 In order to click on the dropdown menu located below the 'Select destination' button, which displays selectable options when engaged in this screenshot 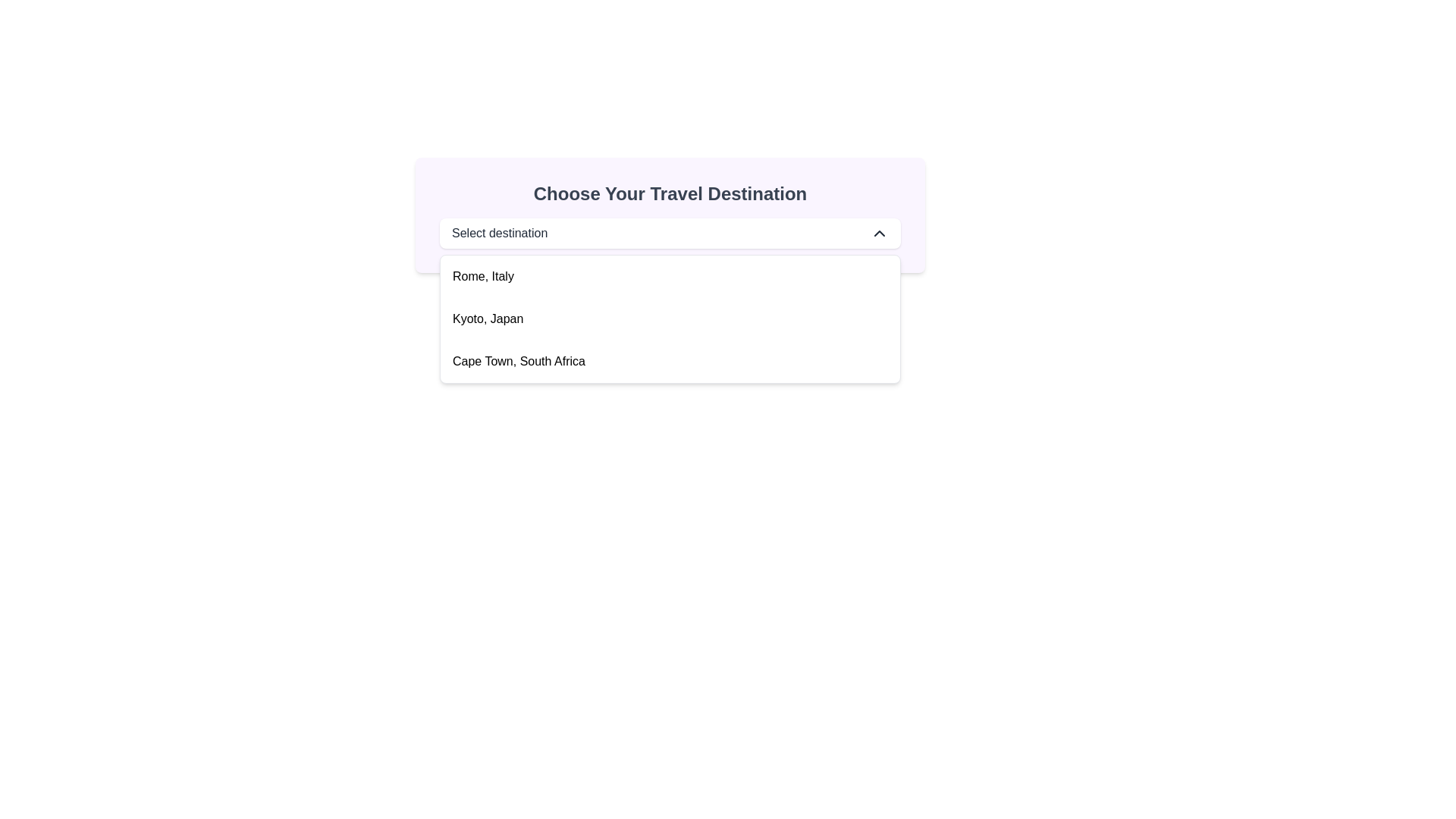, I will do `click(669, 318)`.